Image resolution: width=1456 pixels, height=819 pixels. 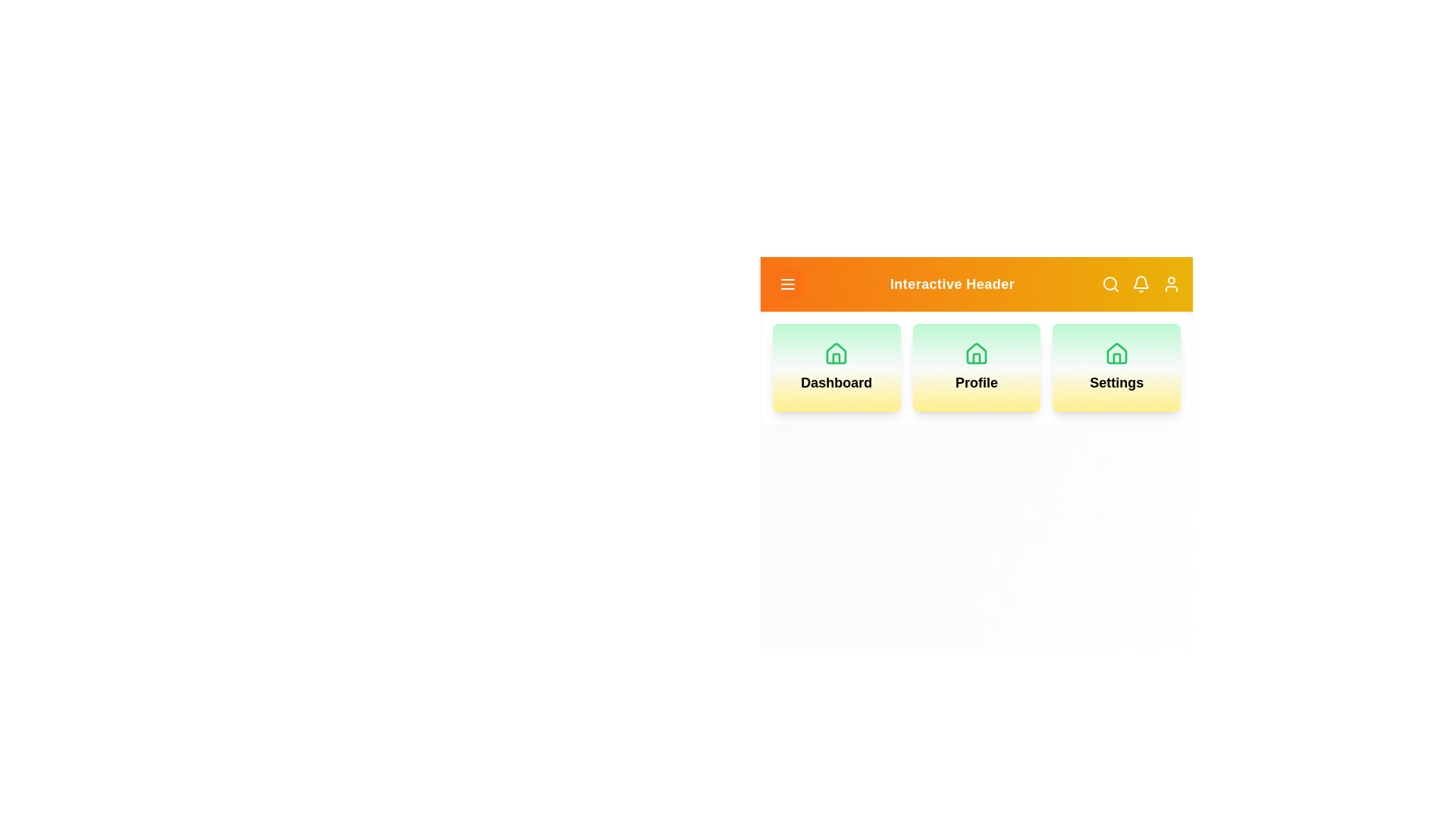 I want to click on the bell icon to observe its hover effect, so click(x=1141, y=284).